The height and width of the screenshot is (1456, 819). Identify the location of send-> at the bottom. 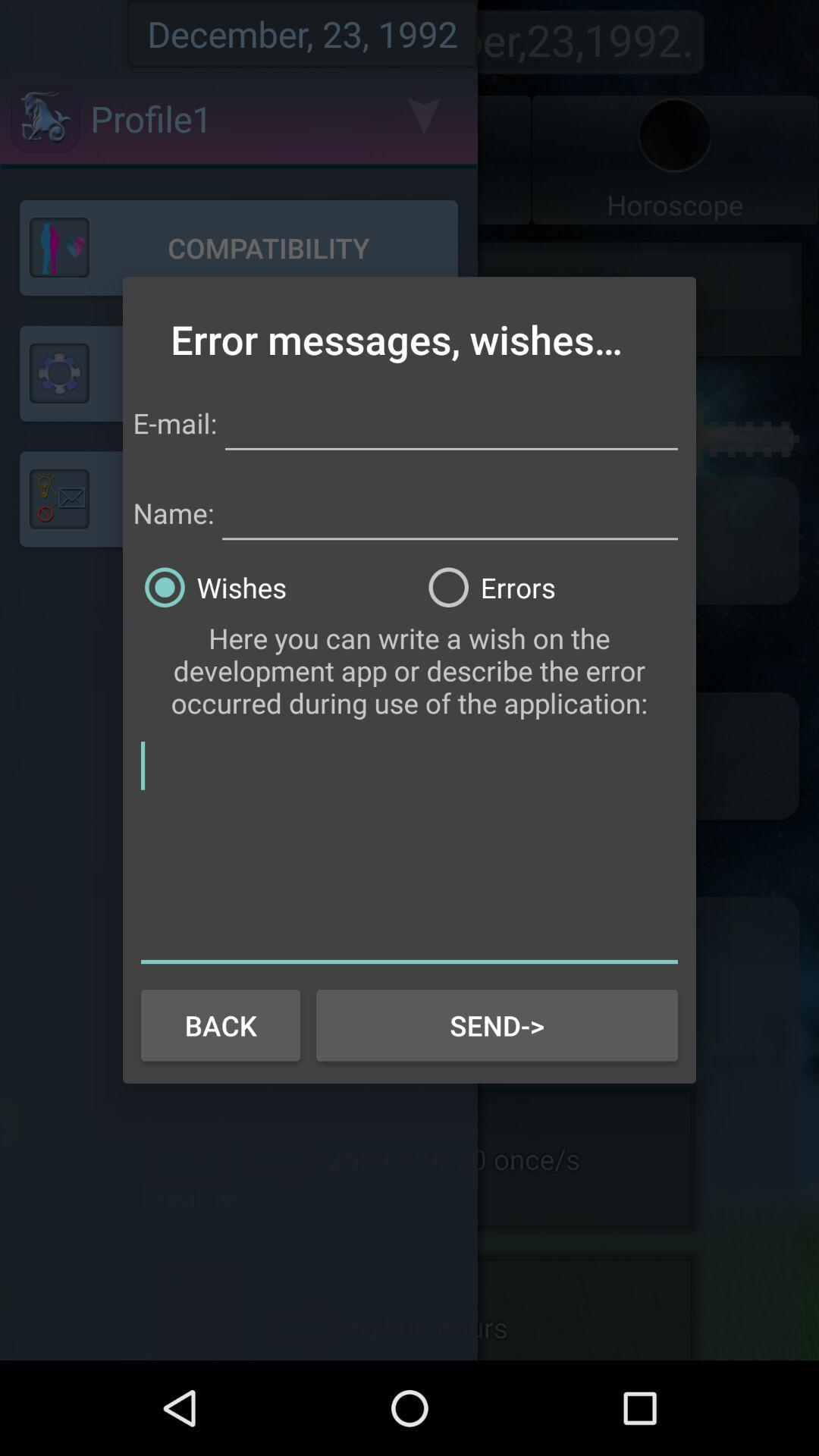
(497, 1025).